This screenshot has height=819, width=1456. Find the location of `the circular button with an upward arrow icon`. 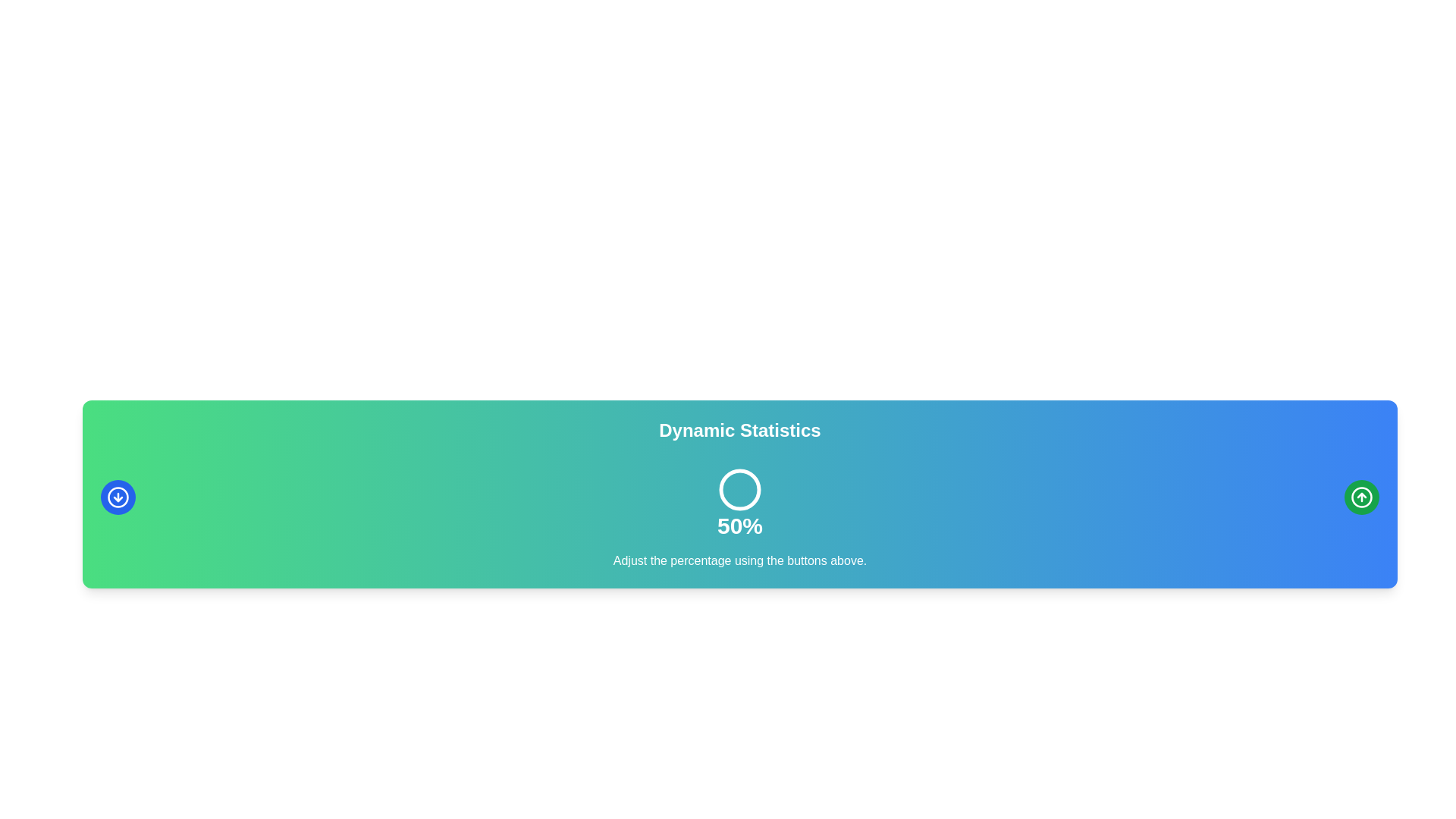

the circular button with an upward arrow icon is located at coordinates (1361, 497).